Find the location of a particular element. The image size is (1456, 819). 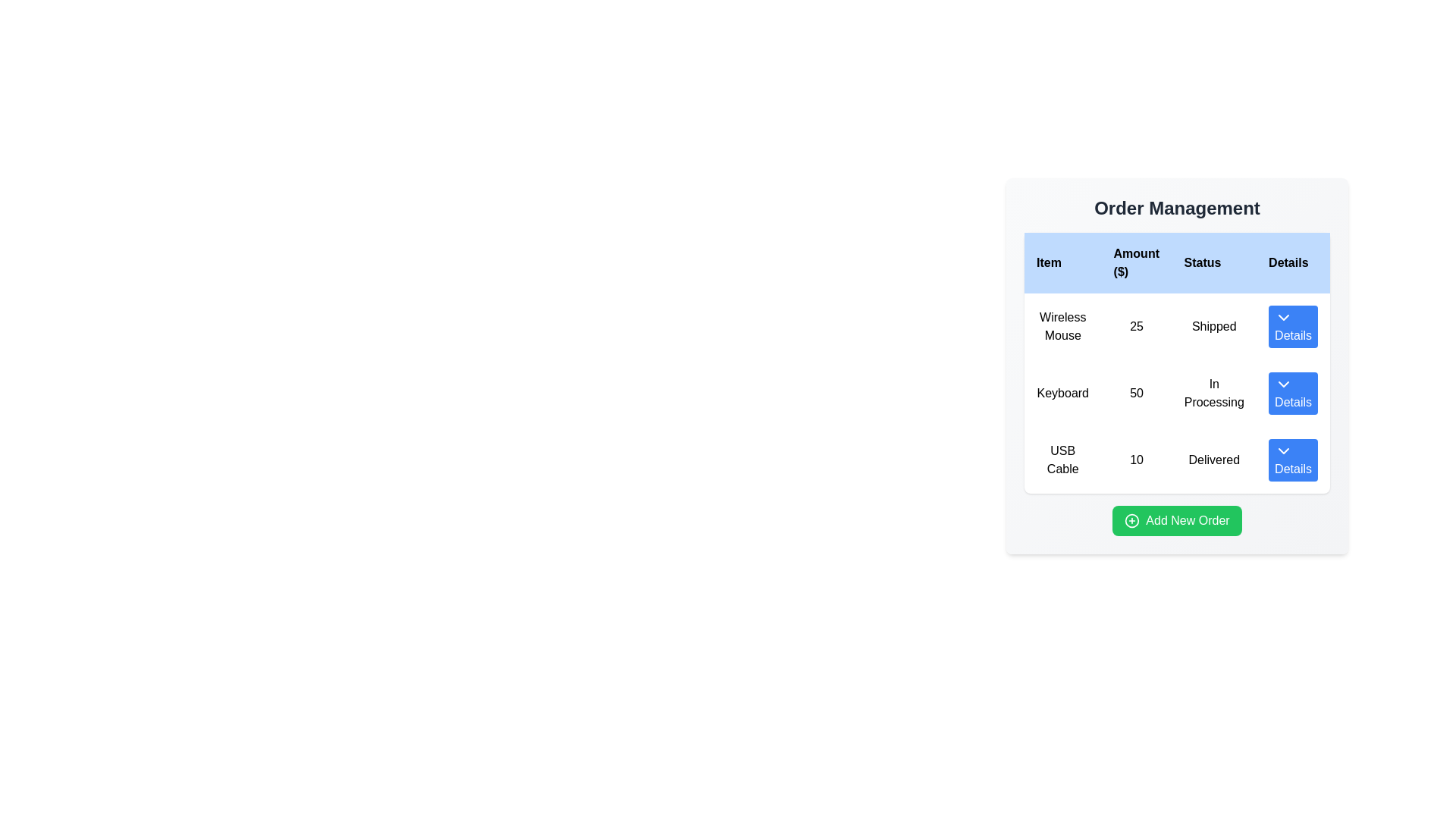

the Text label displaying the numerical value '50' in black text, located in the second row of the table under the 'Amount ($)' column, between 'Keyboard' and 'In Processing' is located at coordinates (1136, 393).